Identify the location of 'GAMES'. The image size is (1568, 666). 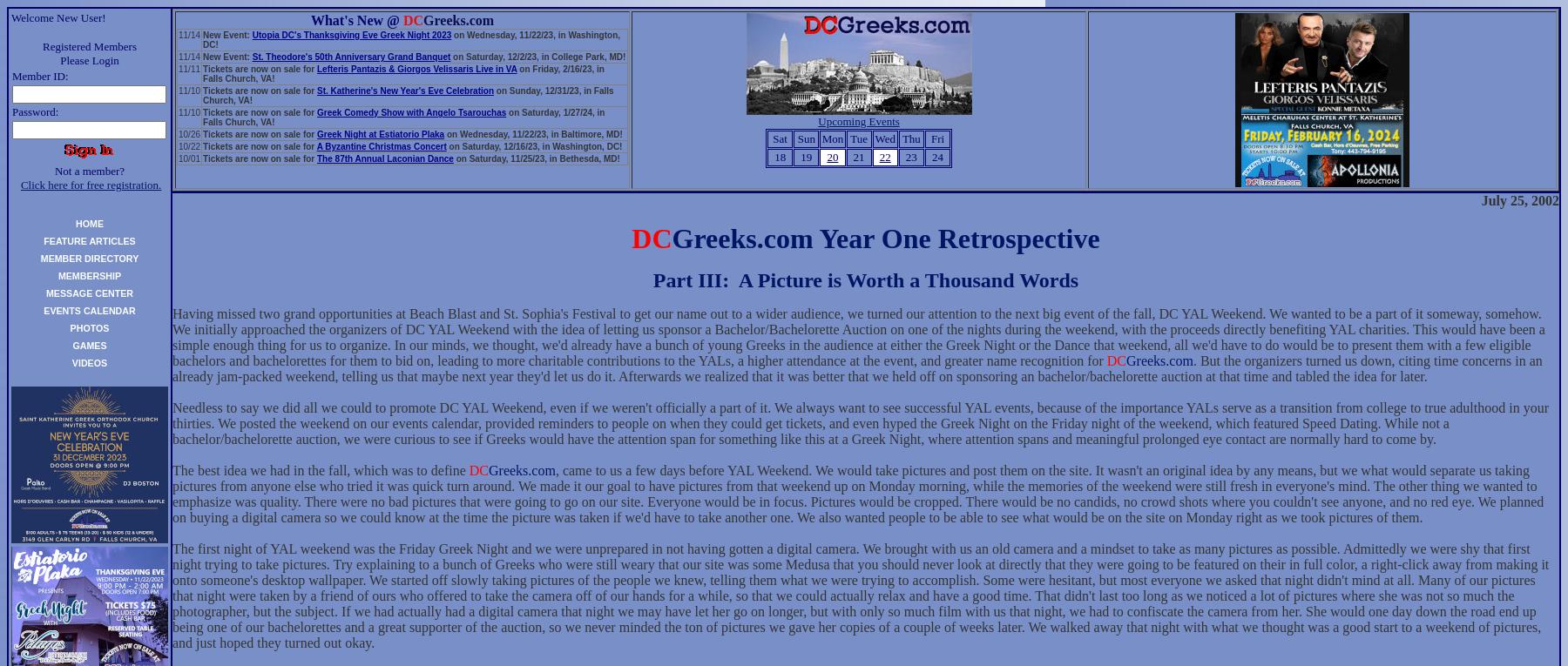
(88, 346).